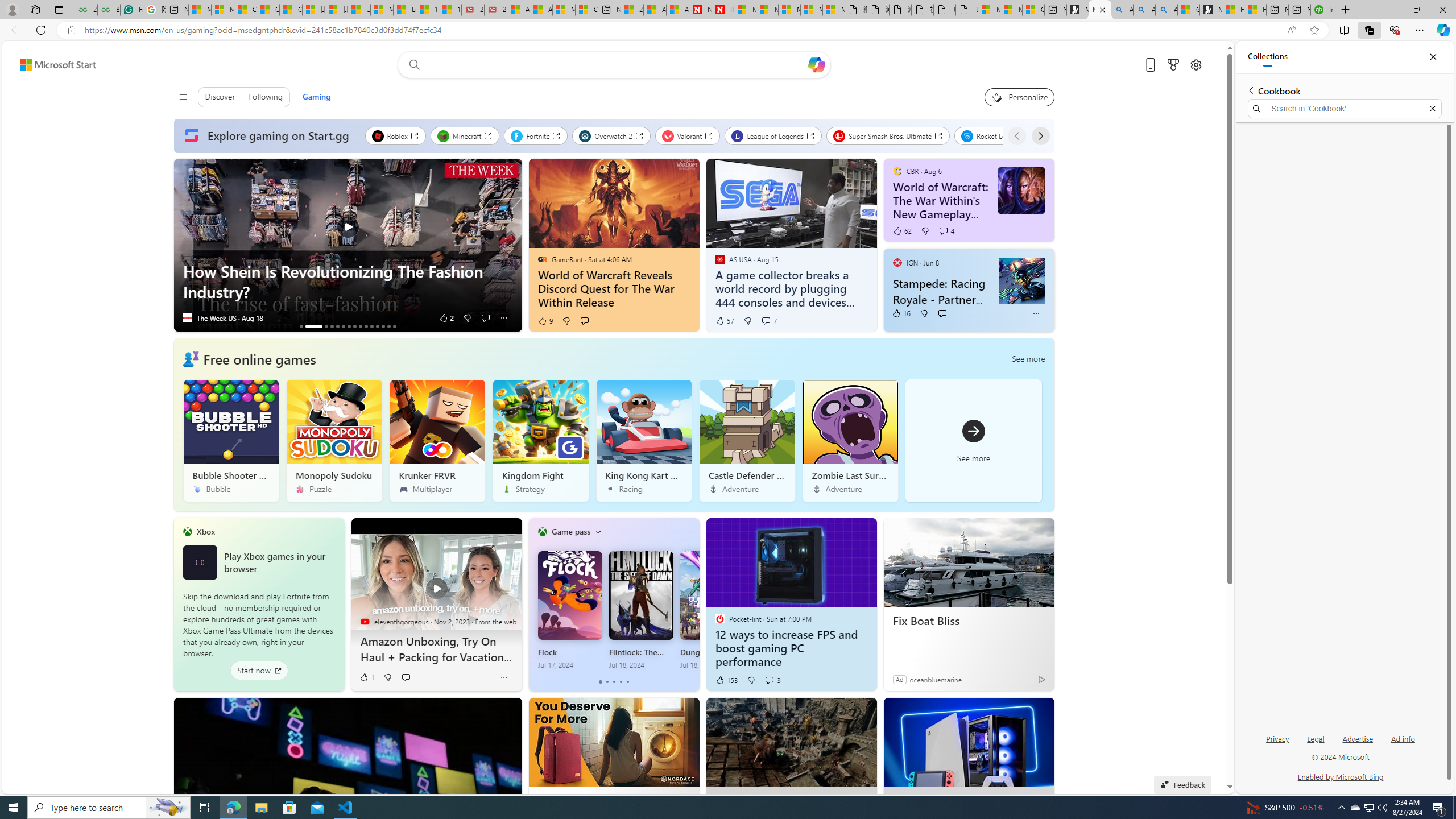 The width and height of the screenshot is (1456, 819). Describe the element at coordinates (607, 681) in the screenshot. I see `'tab-1'` at that location.